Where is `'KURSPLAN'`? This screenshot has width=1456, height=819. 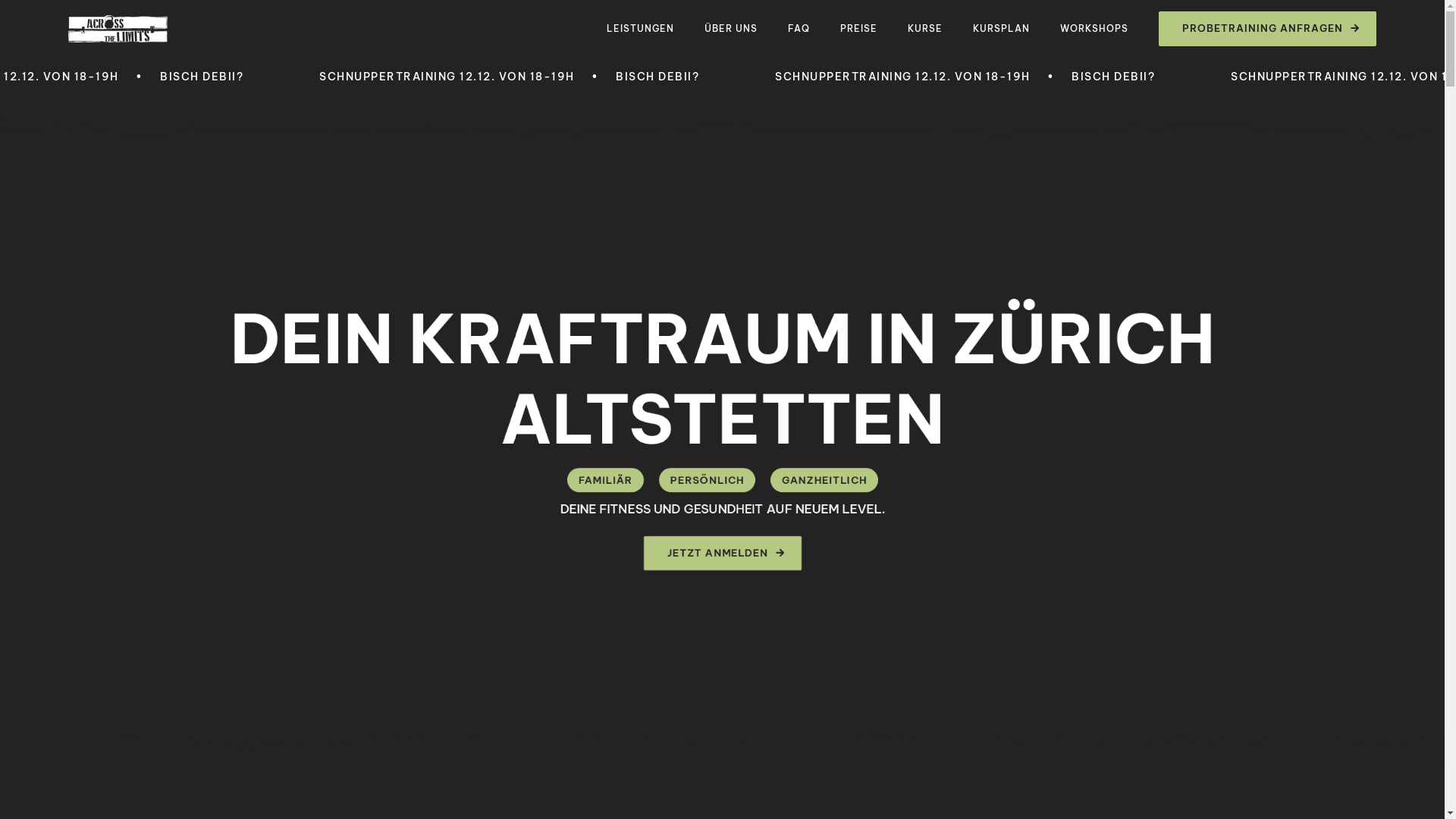
'KURSPLAN' is located at coordinates (1016, 29).